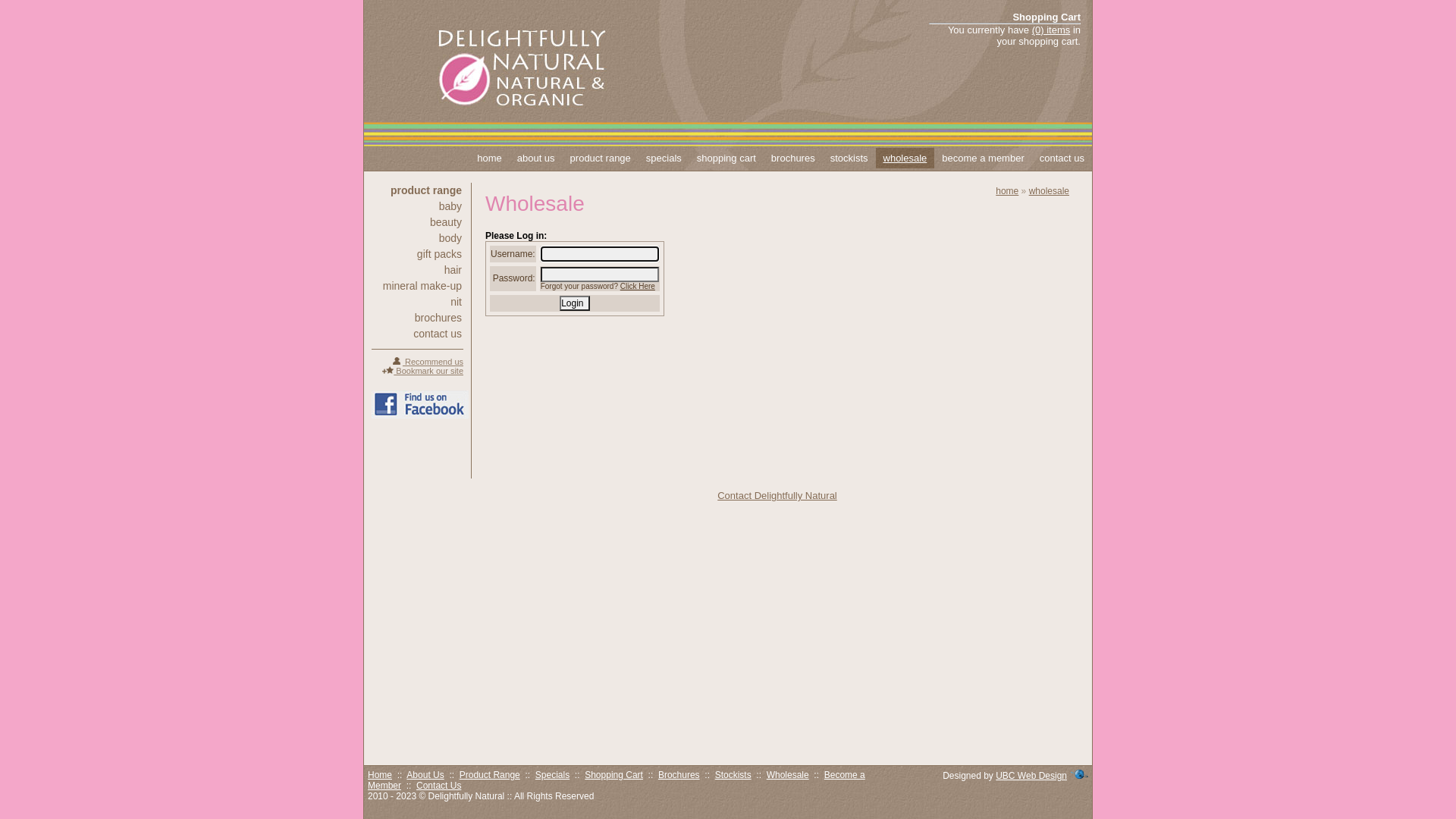 The width and height of the screenshot is (1456, 819). Describe the element at coordinates (983, 158) in the screenshot. I see `'become a member'` at that location.